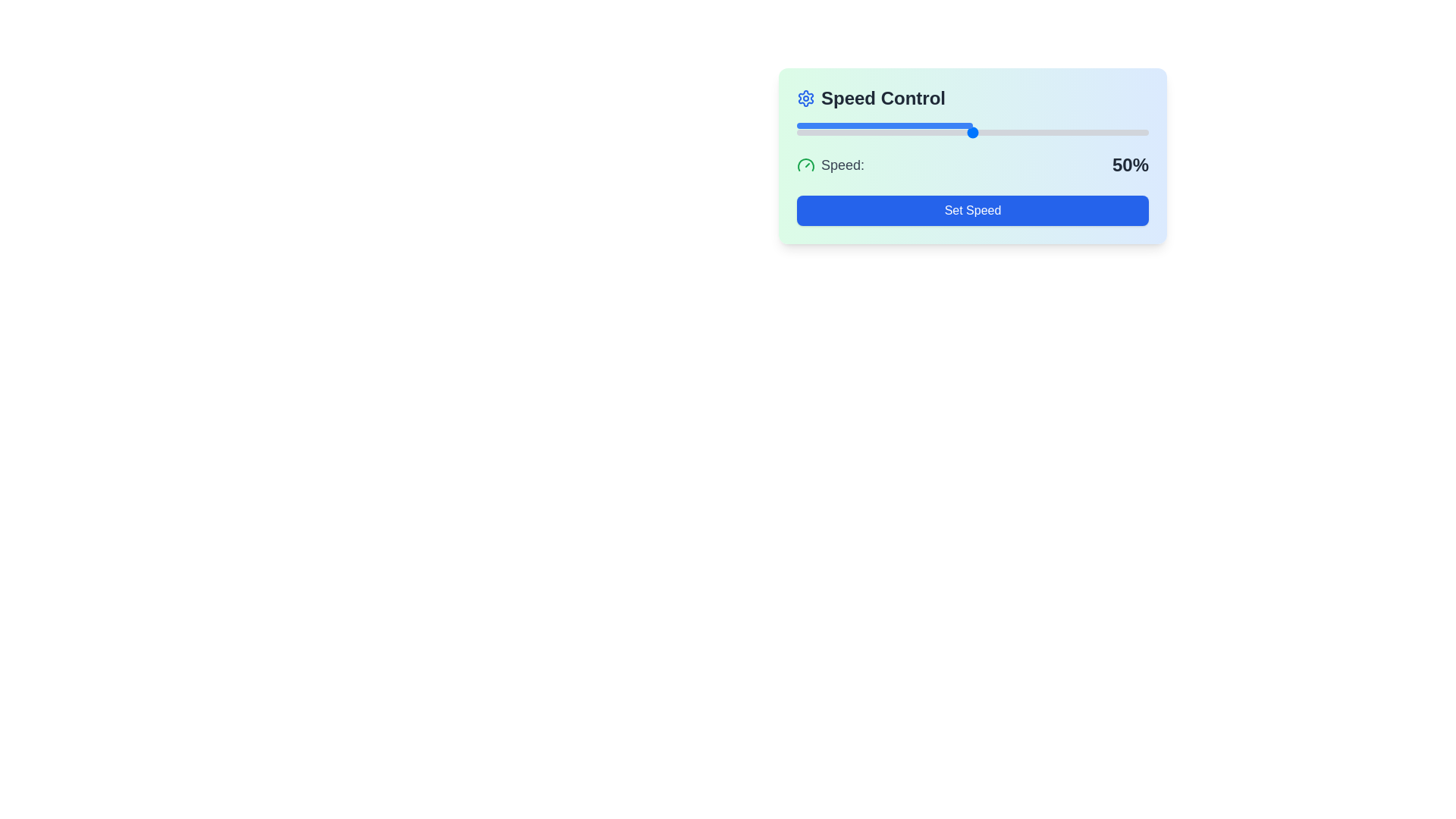  I want to click on the text label displaying 'Speed:' which is styled in gray and located immediately after a small green gauge icon in the speed control interface, so click(842, 165).